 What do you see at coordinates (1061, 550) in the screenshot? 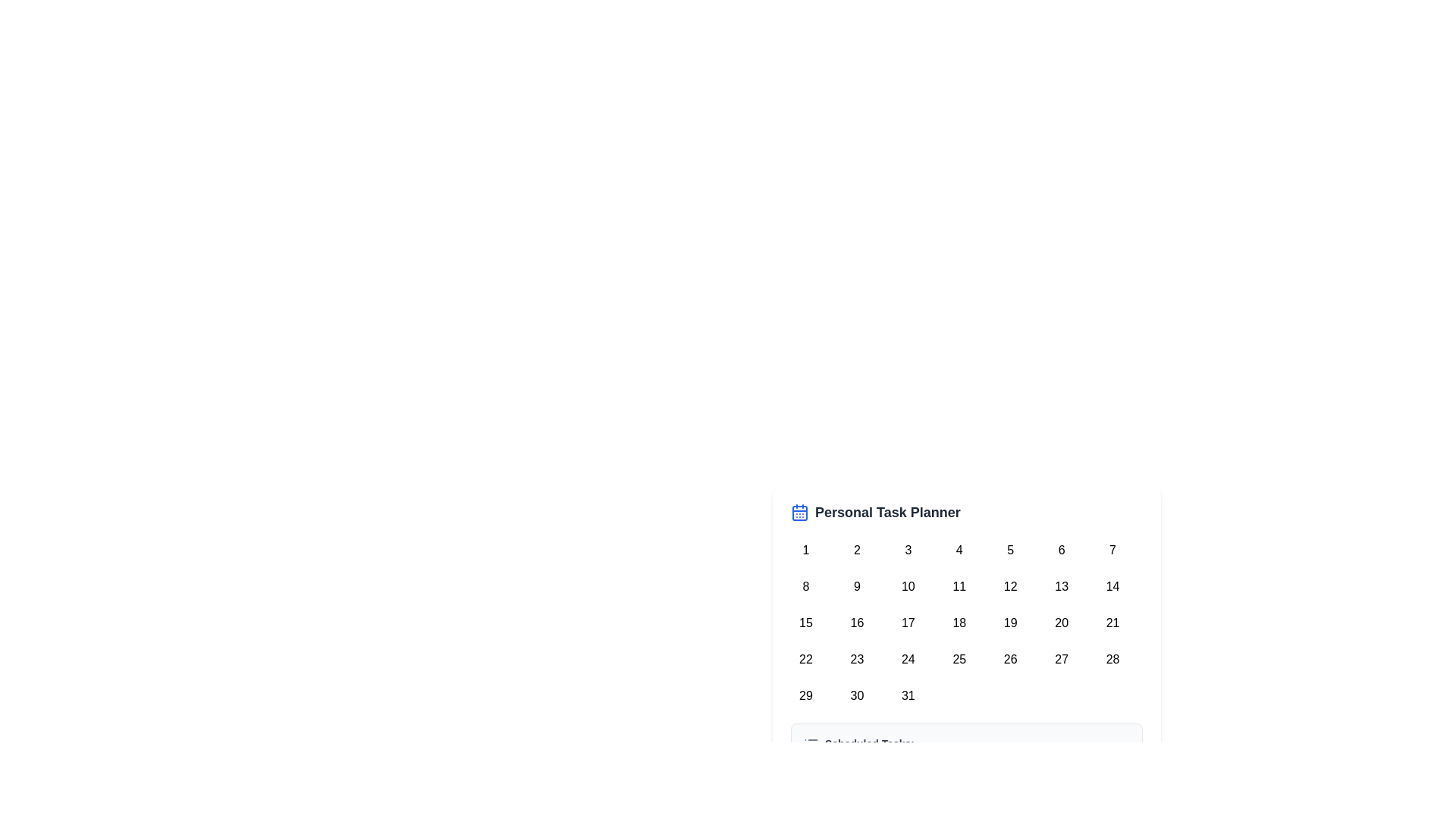
I see `the clickable date button corresponding to the 6th of the month` at bounding box center [1061, 550].